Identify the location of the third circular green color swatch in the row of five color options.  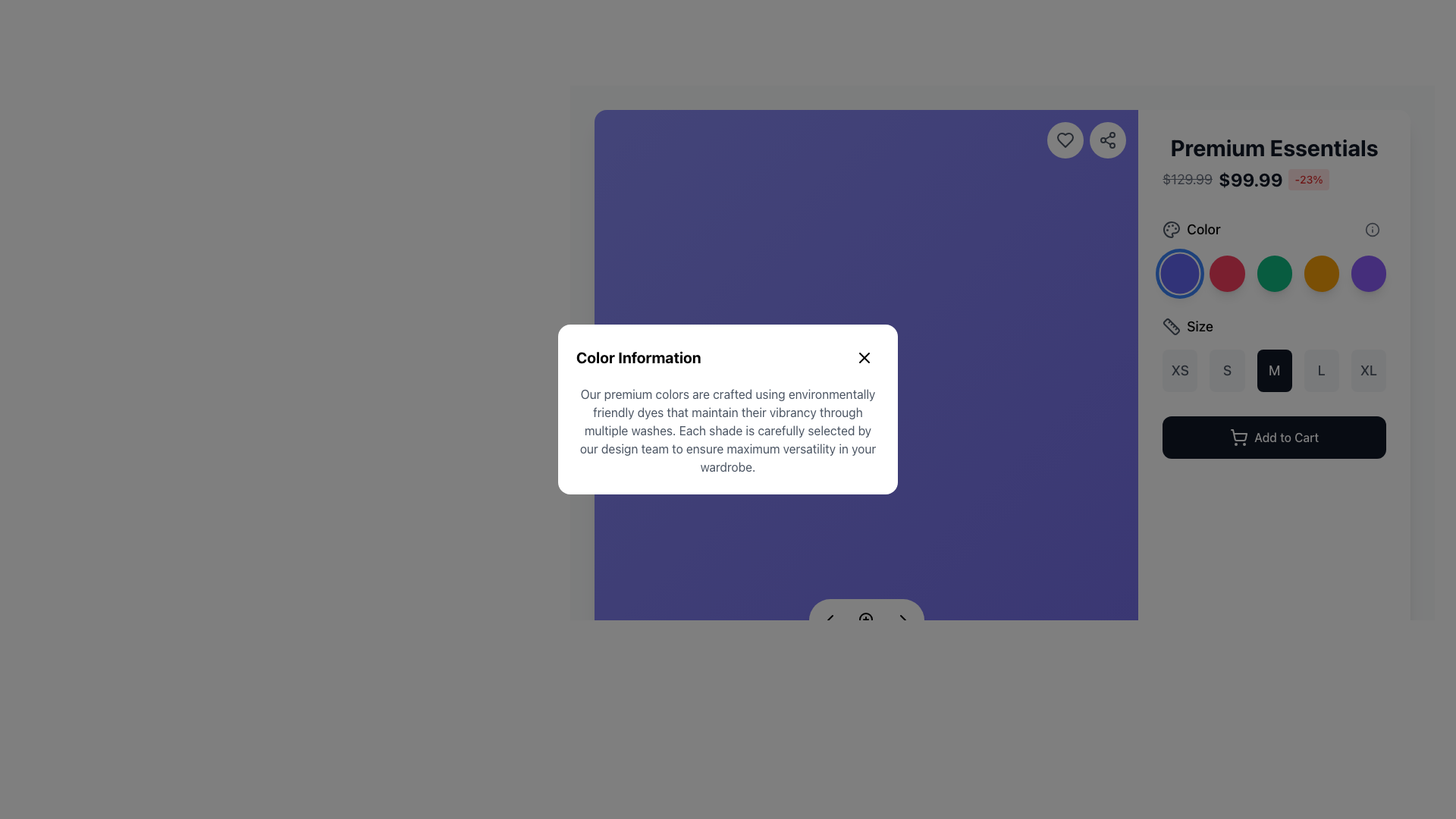
(1274, 274).